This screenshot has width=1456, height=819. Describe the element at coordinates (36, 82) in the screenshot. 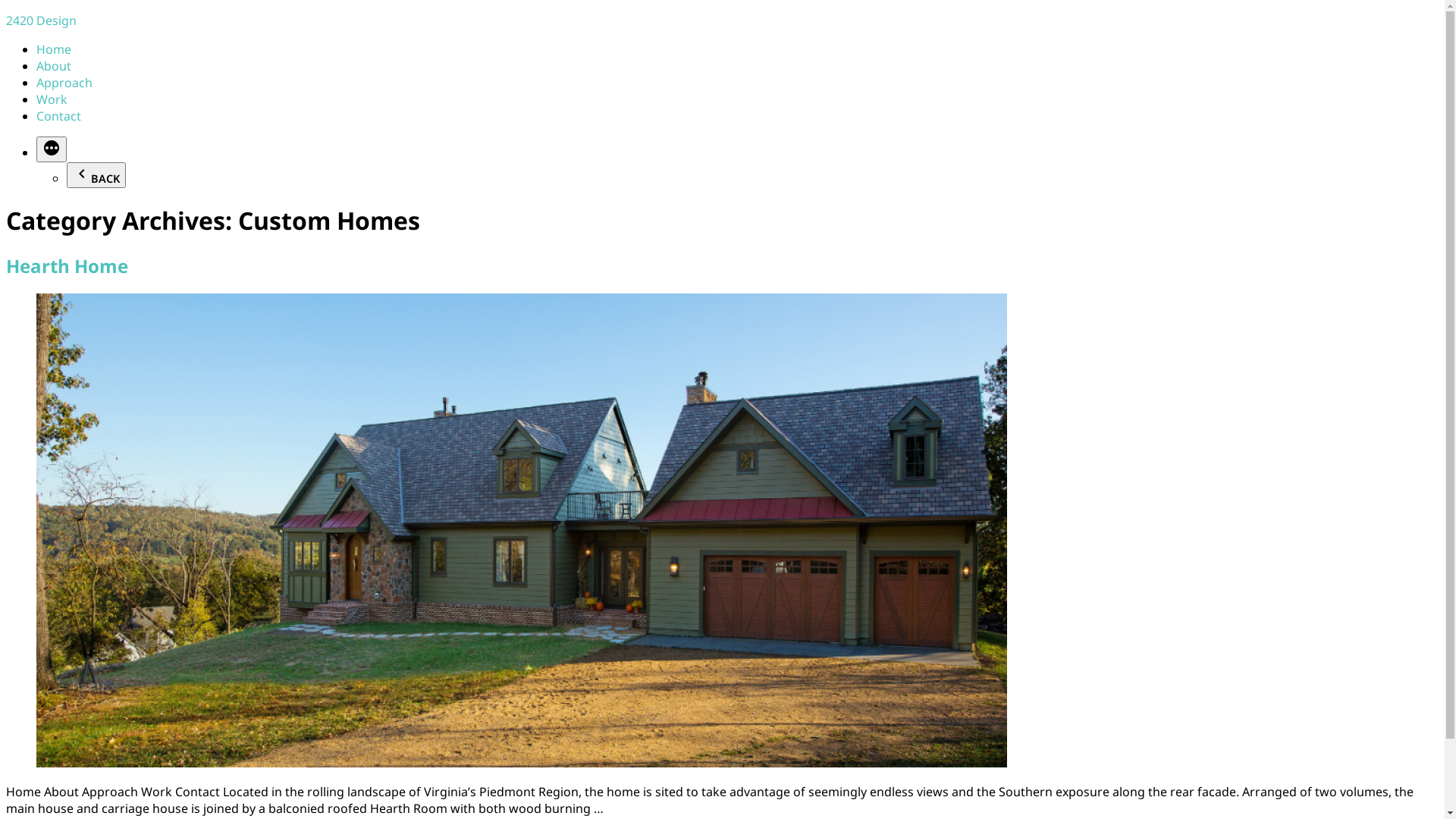

I see `'Approach'` at that location.